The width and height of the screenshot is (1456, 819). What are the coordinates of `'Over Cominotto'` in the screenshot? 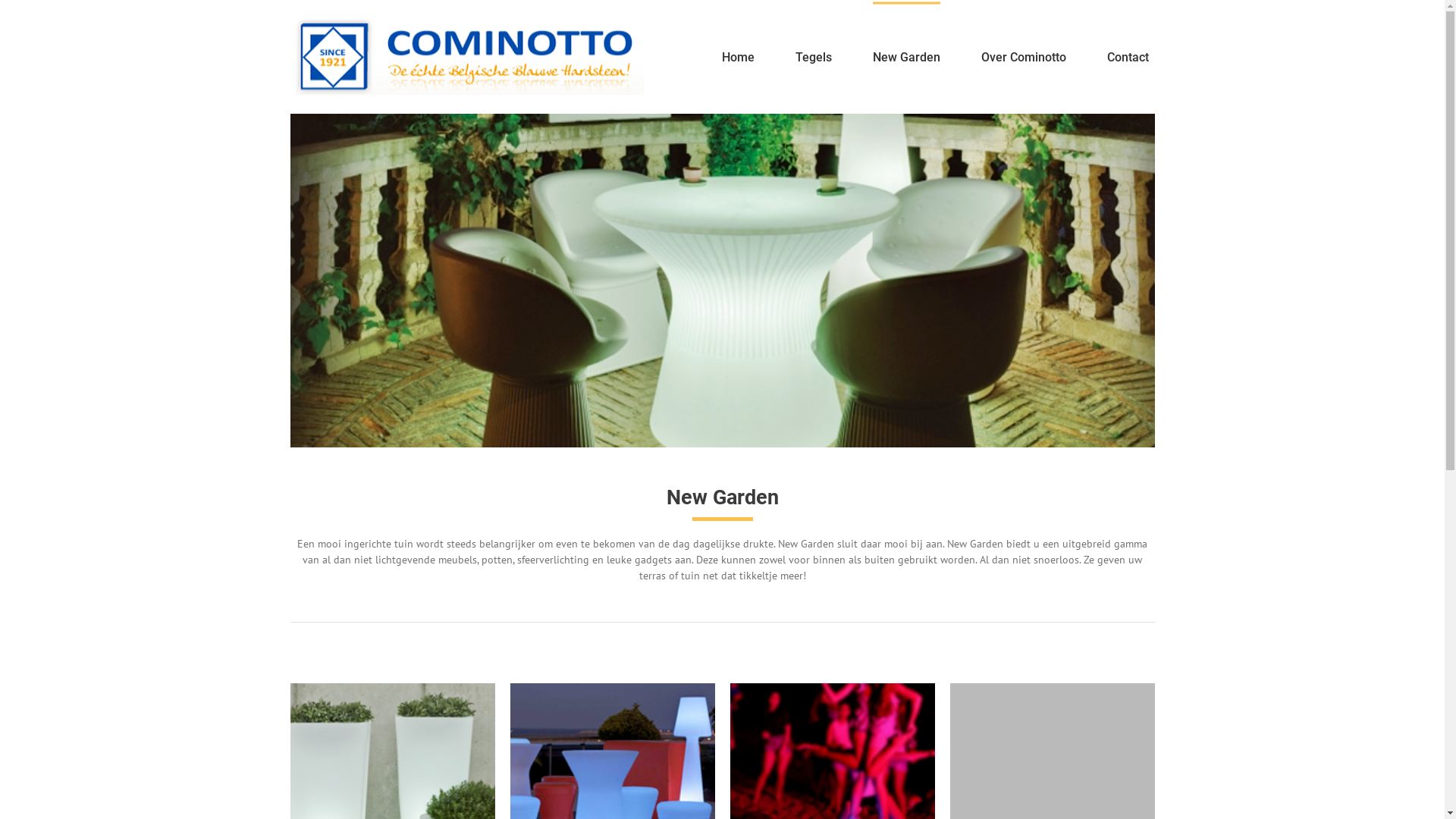 It's located at (981, 55).